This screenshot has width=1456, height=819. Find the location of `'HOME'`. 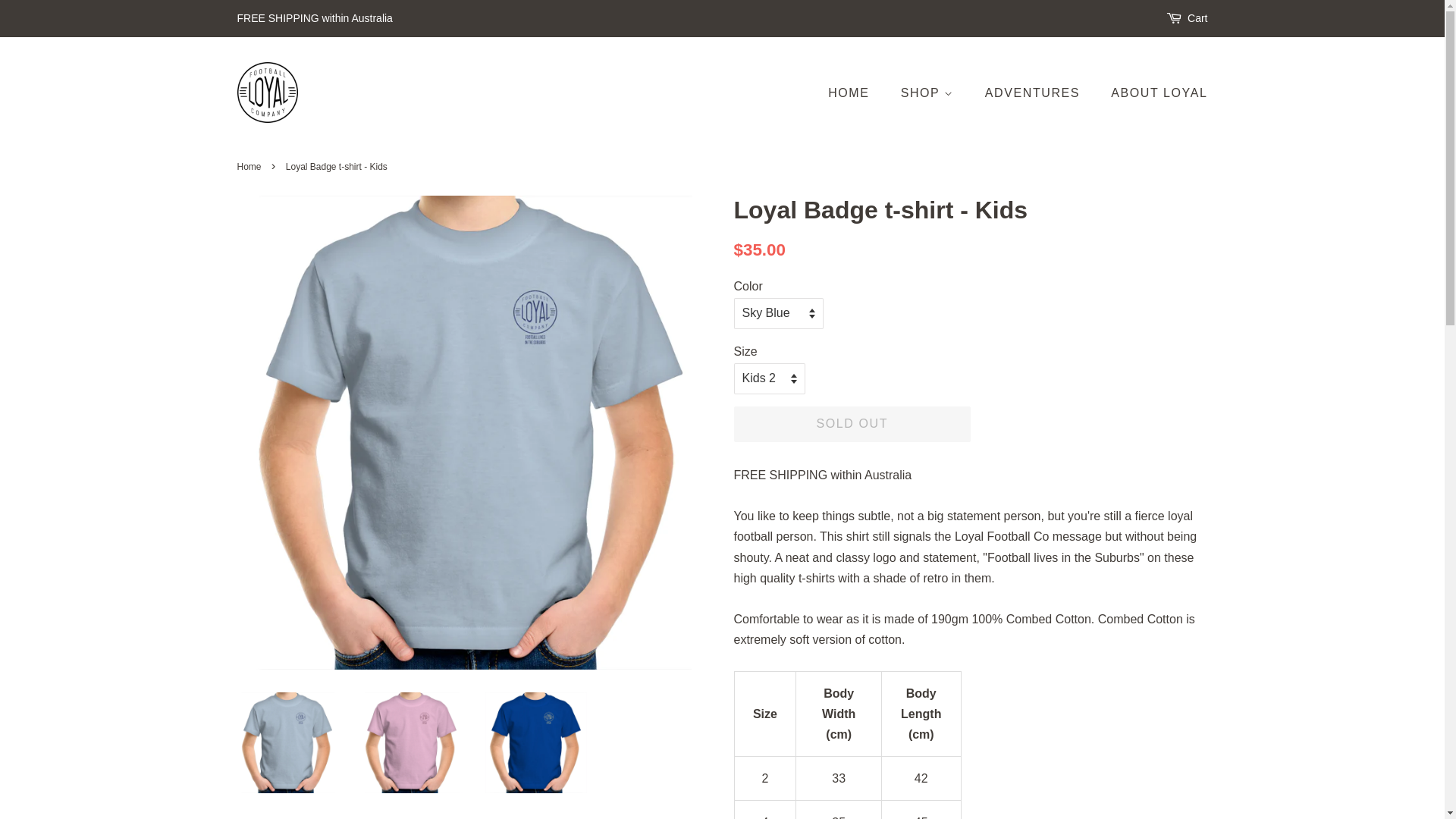

'HOME' is located at coordinates (855, 93).